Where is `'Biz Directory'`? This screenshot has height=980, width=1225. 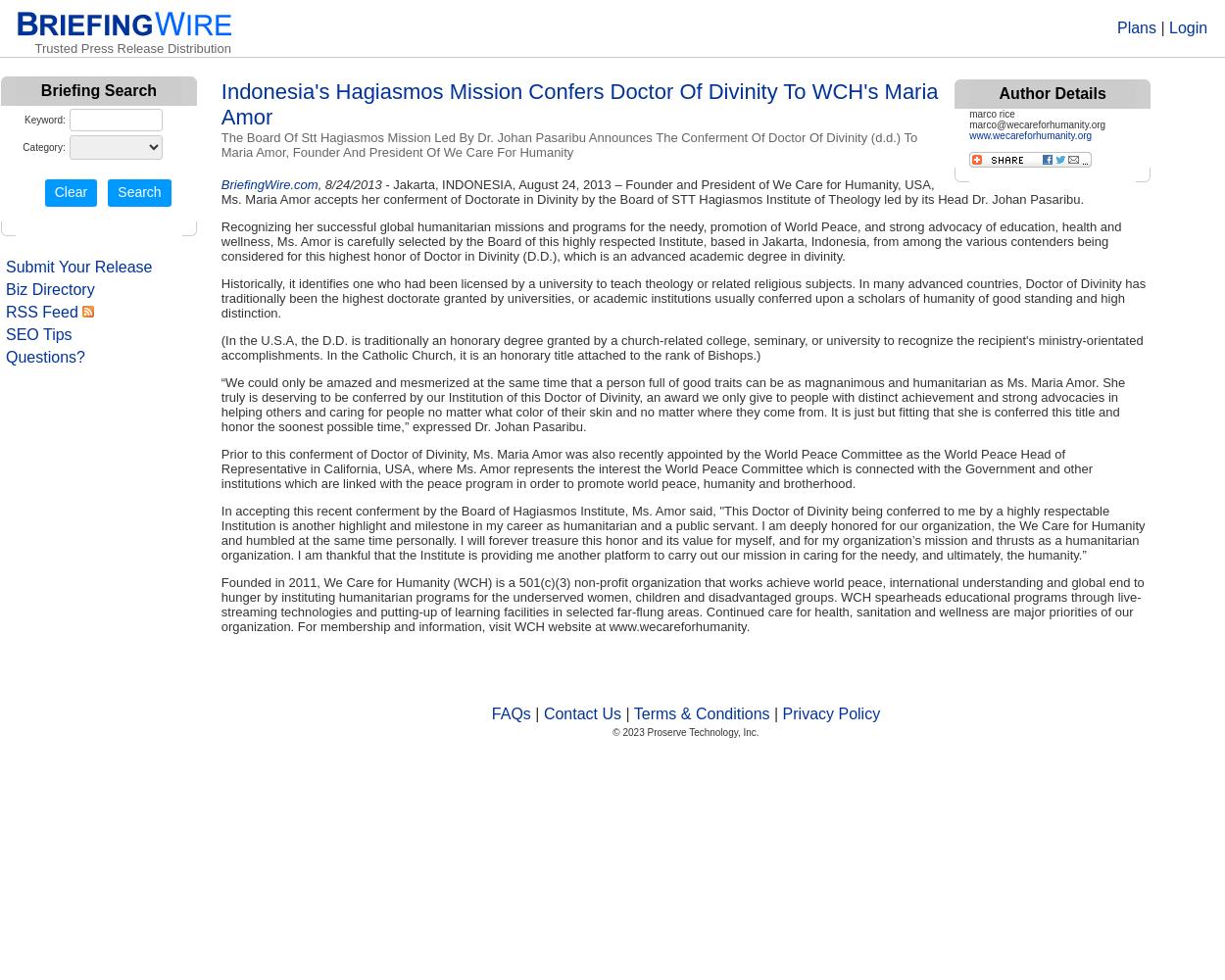 'Biz Directory' is located at coordinates (50, 289).